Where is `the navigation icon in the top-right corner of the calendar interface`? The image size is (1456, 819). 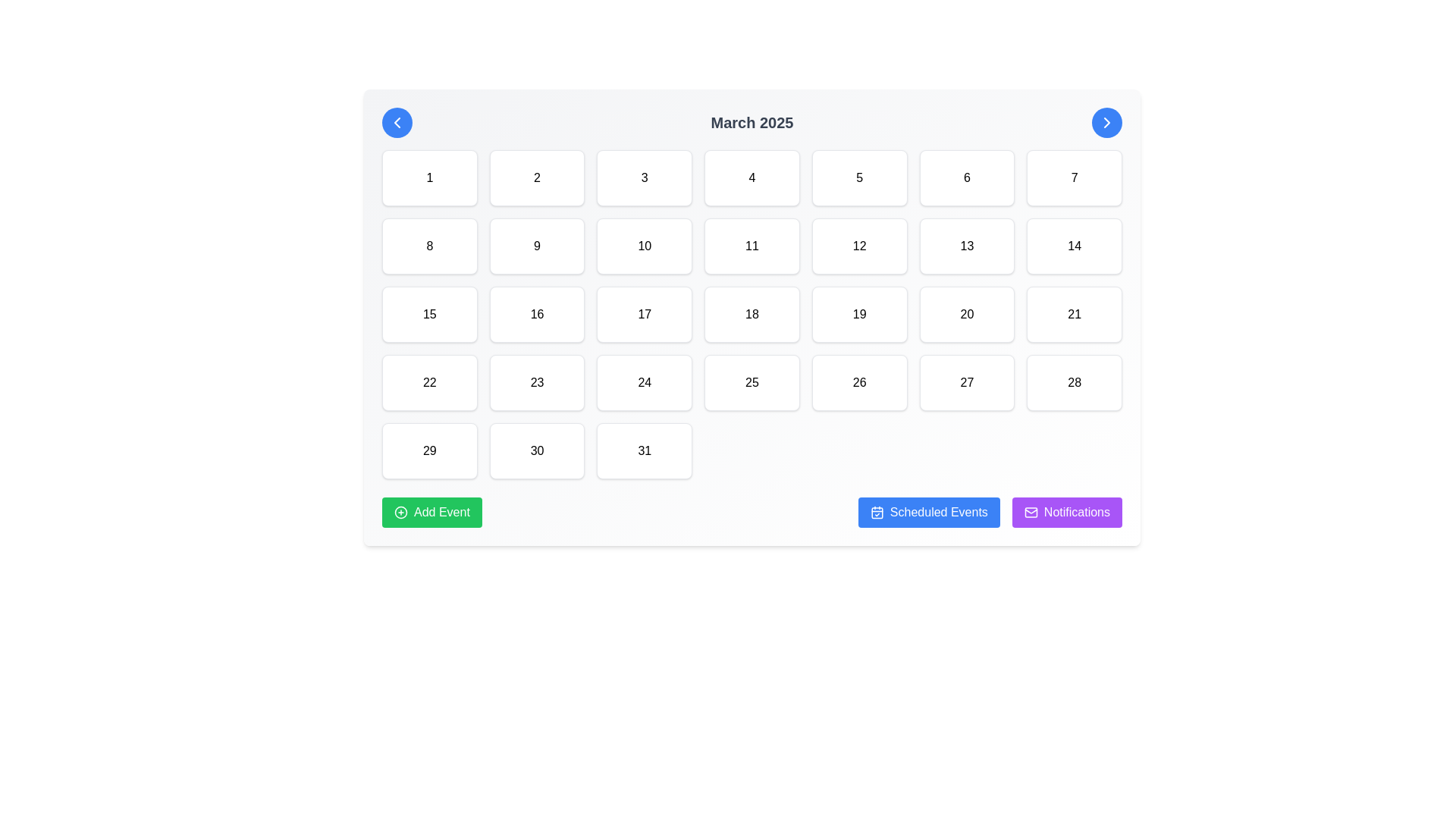
the navigation icon in the top-right corner of the calendar interface is located at coordinates (1106, 122).